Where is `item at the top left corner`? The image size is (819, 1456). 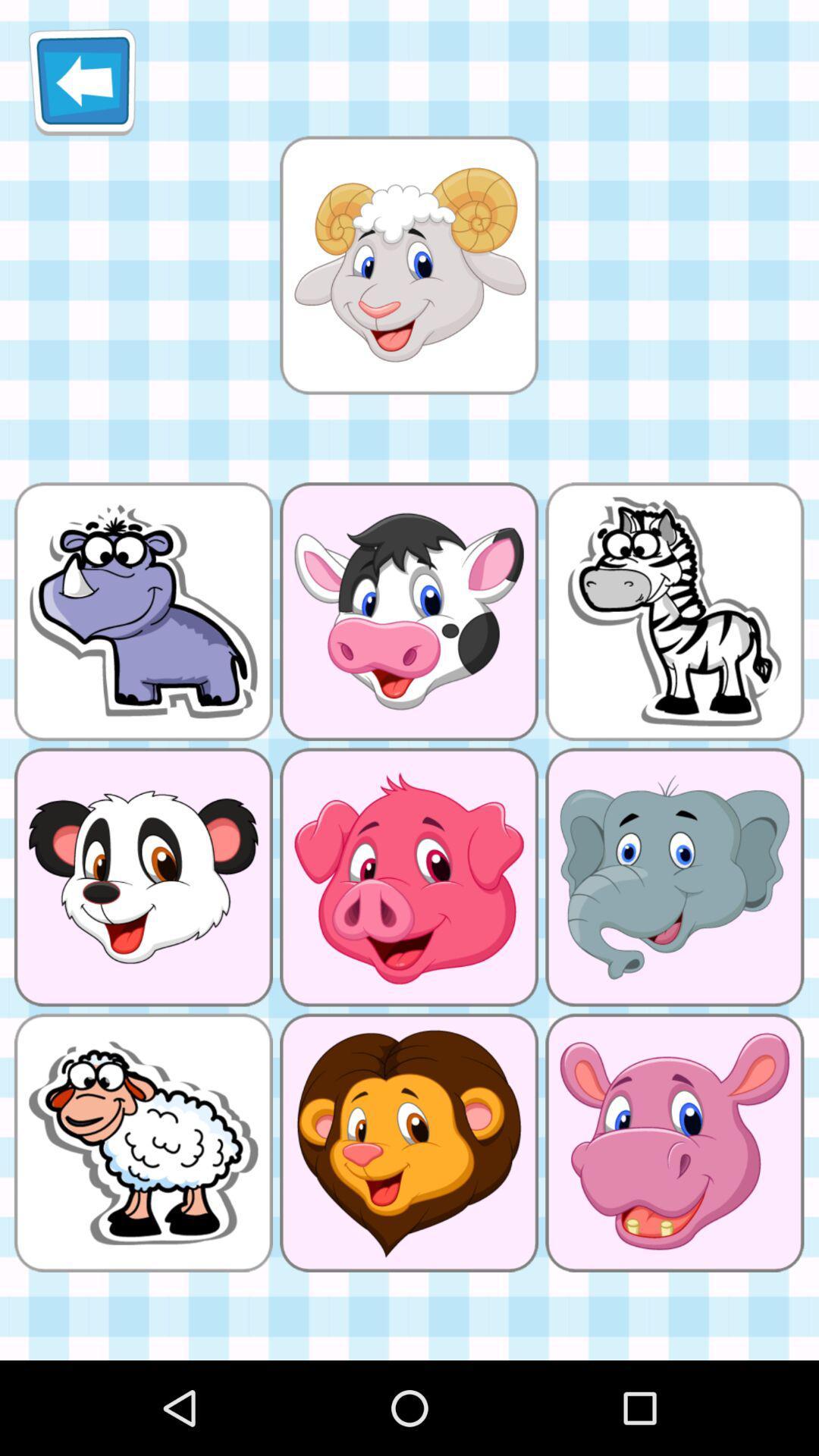
item at the top left corner is located at coordinates (82, 81).